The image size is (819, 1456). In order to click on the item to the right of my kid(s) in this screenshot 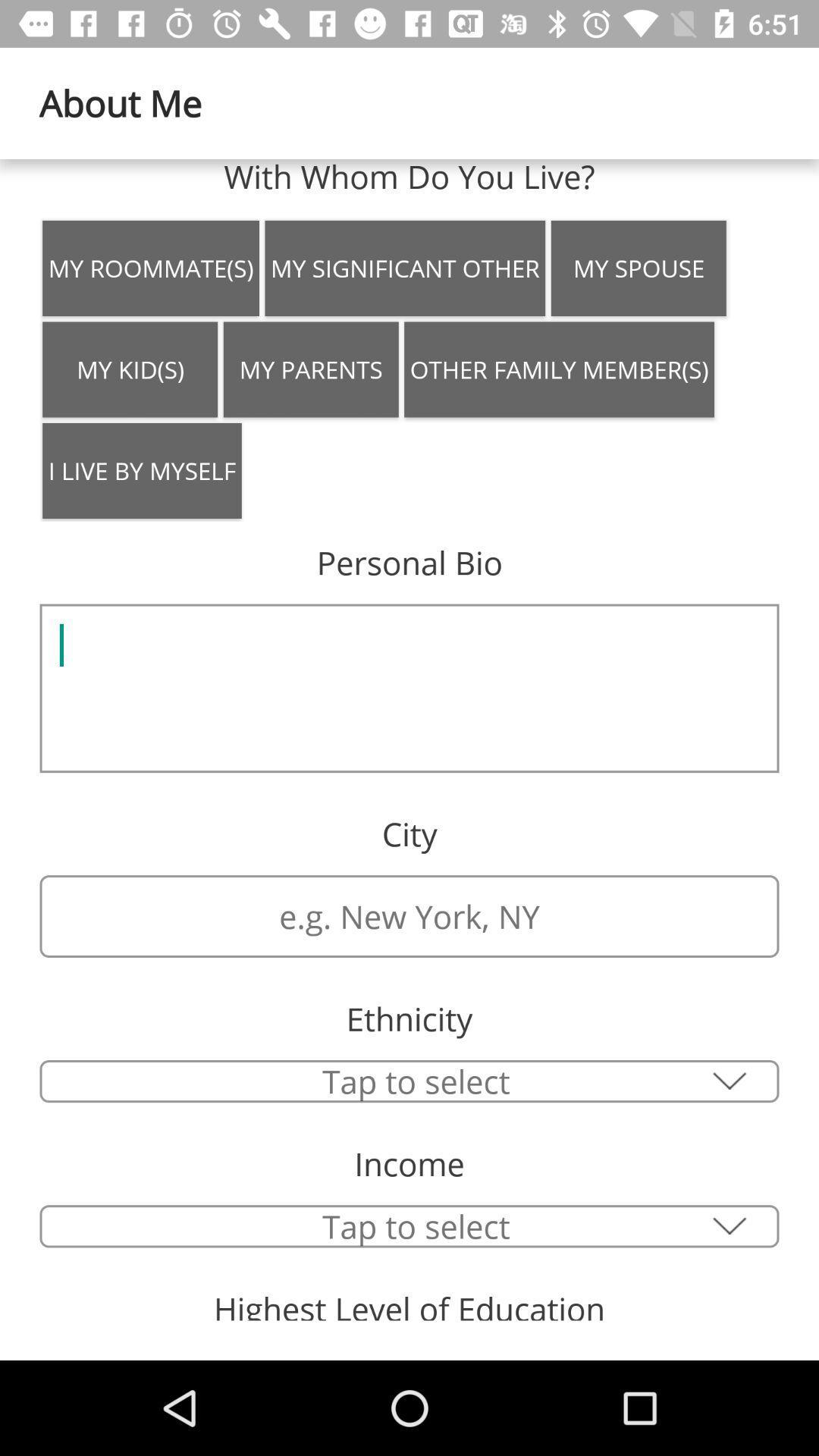, I will do `click(310, 369)`.